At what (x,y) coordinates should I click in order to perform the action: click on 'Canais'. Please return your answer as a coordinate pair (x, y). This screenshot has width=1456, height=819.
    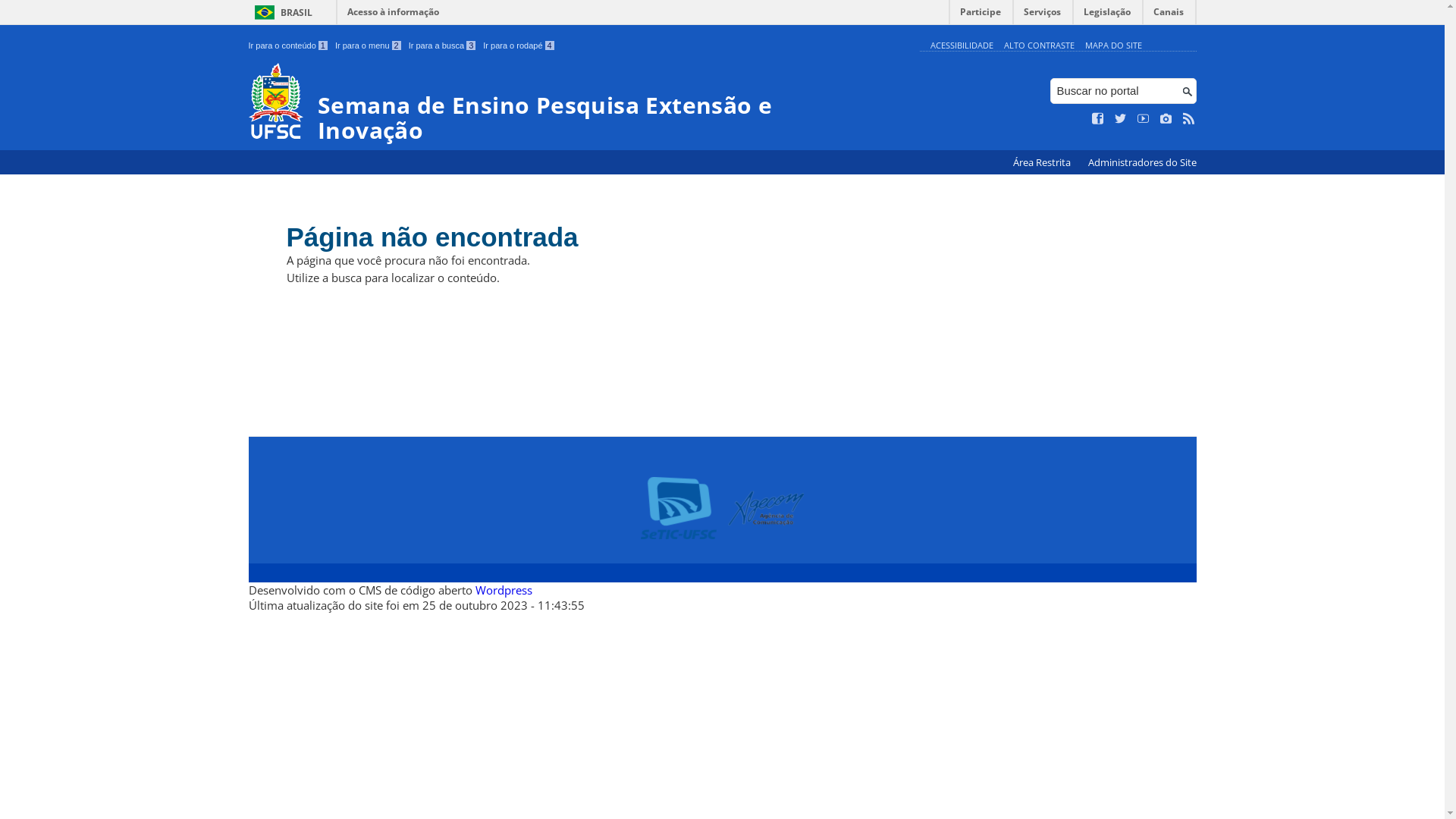
    Looking at the image, I should click on (1168, 15).